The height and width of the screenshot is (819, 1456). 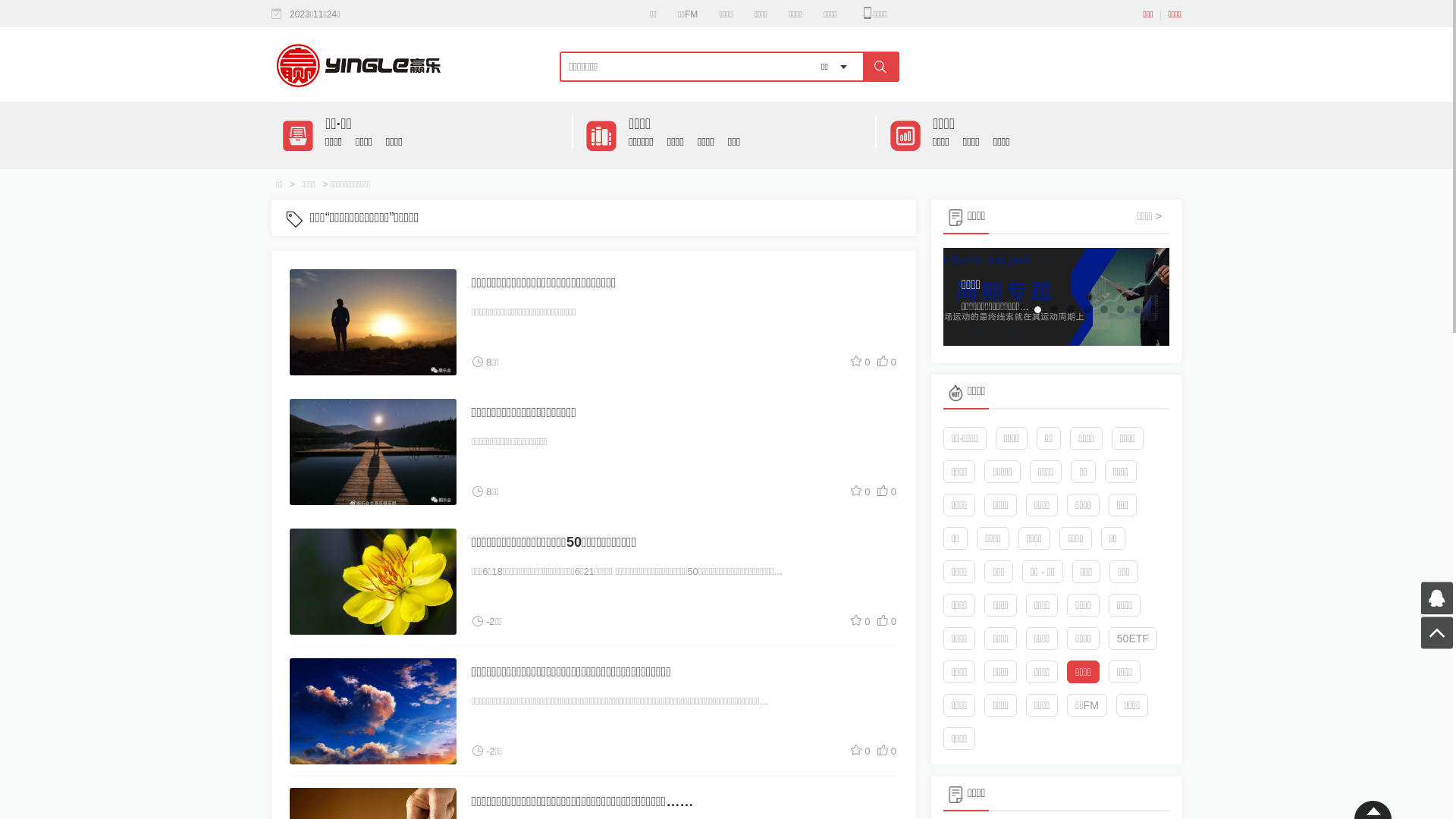 What do you see at coordinates (1053, 309) in the screenshot?
I see `'6'` at bounding box center [1053, 309].